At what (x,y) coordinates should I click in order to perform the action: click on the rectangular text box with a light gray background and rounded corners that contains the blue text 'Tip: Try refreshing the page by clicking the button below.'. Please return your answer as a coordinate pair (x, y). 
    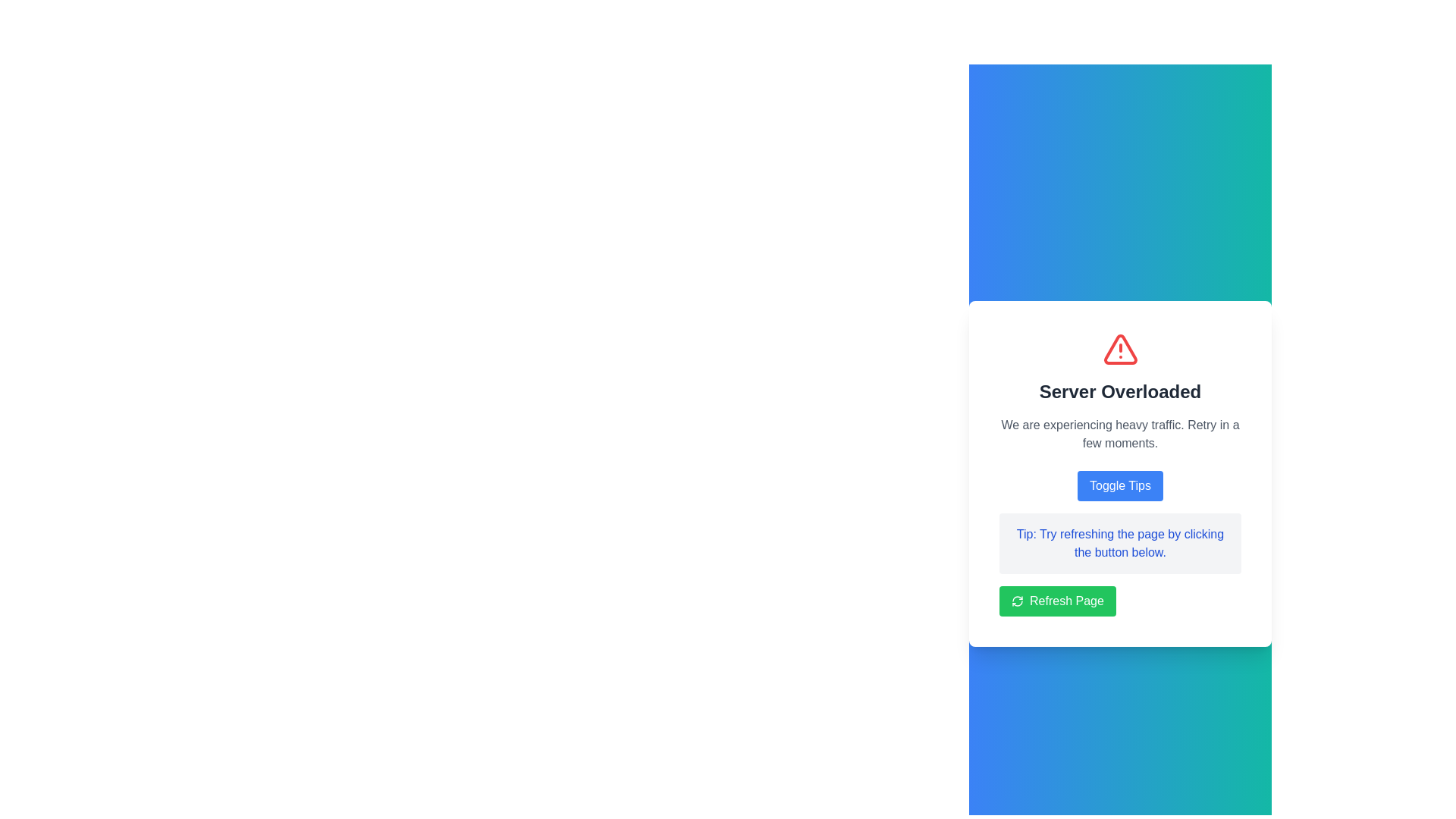
    Looking at the image, I should click on (1120, 543).